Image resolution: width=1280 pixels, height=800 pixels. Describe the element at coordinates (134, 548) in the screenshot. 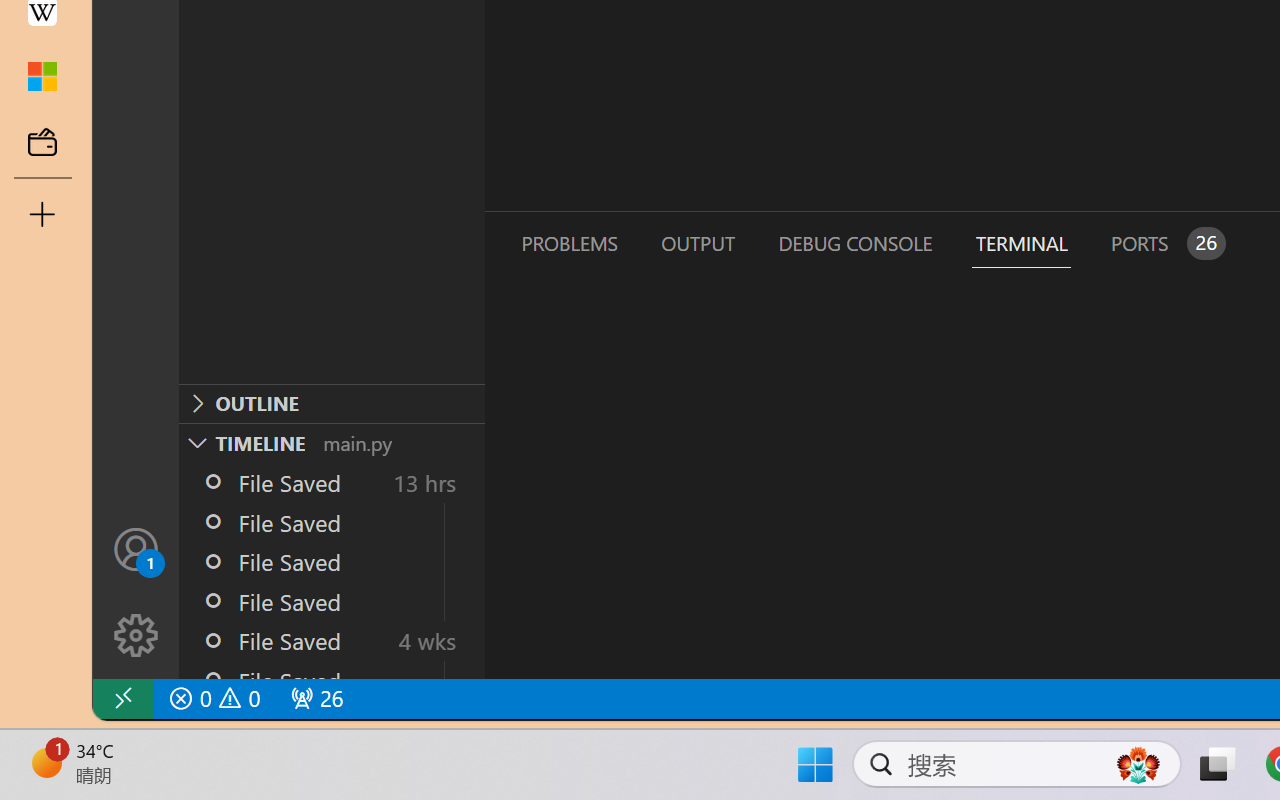

I see `'Accounts - Sign in requested'` at that location.